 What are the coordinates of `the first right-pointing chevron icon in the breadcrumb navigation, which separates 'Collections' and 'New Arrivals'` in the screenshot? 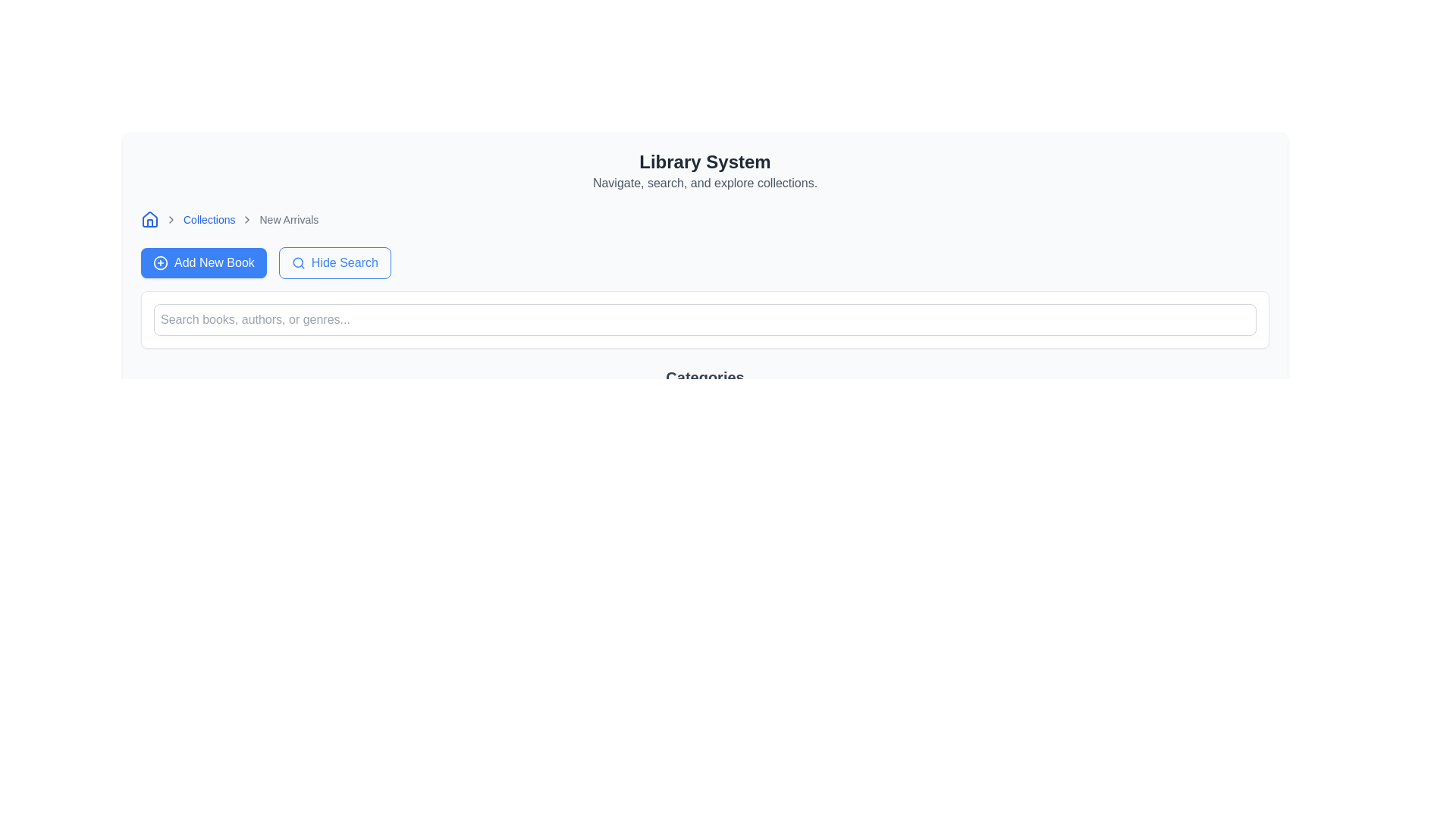 It's located at (171, 219).